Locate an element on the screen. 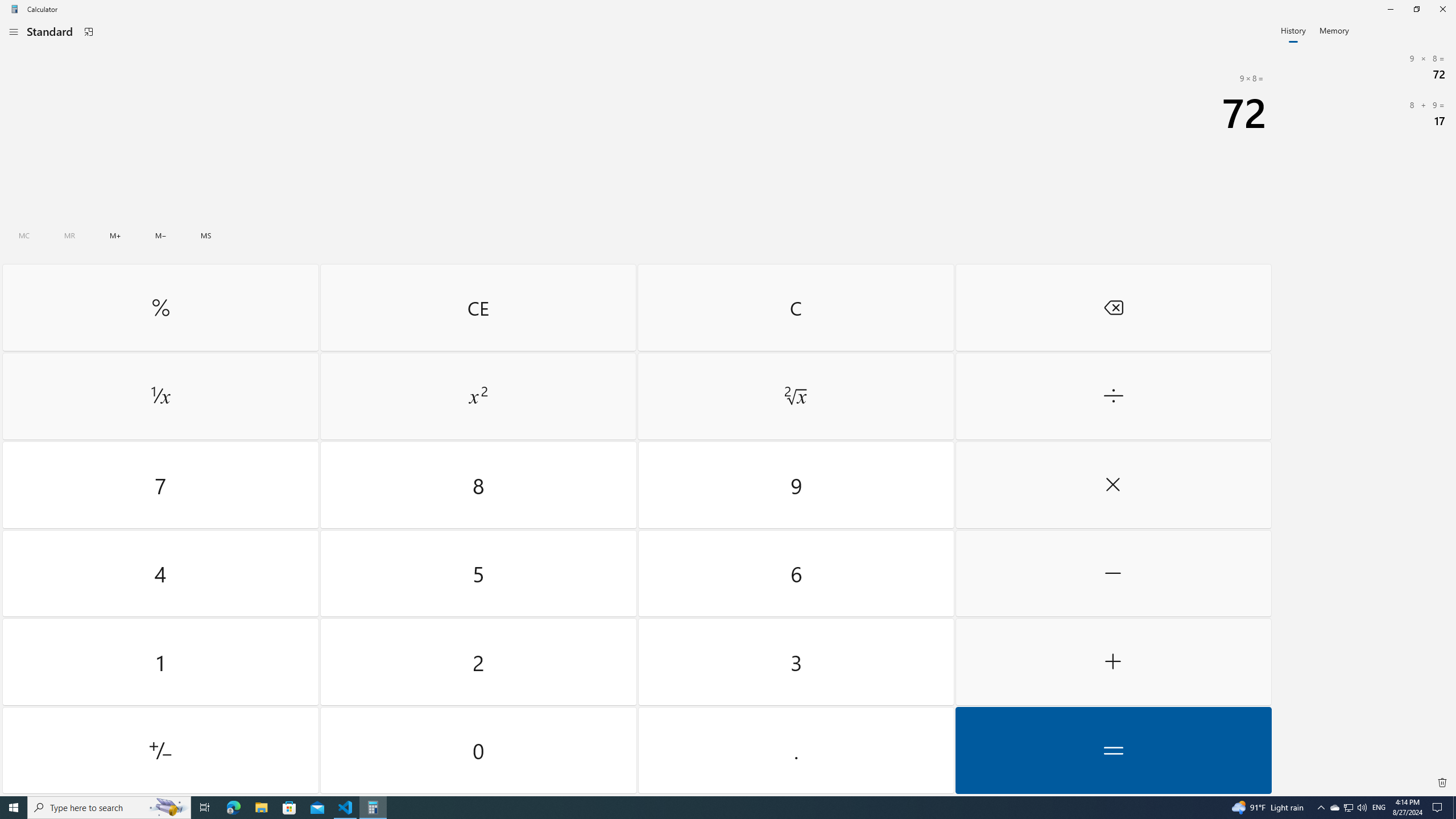 The width and height of the screenshot is (1456, 819). 'Search highlights icon opens search home window' is located at coordinates (167, 806).